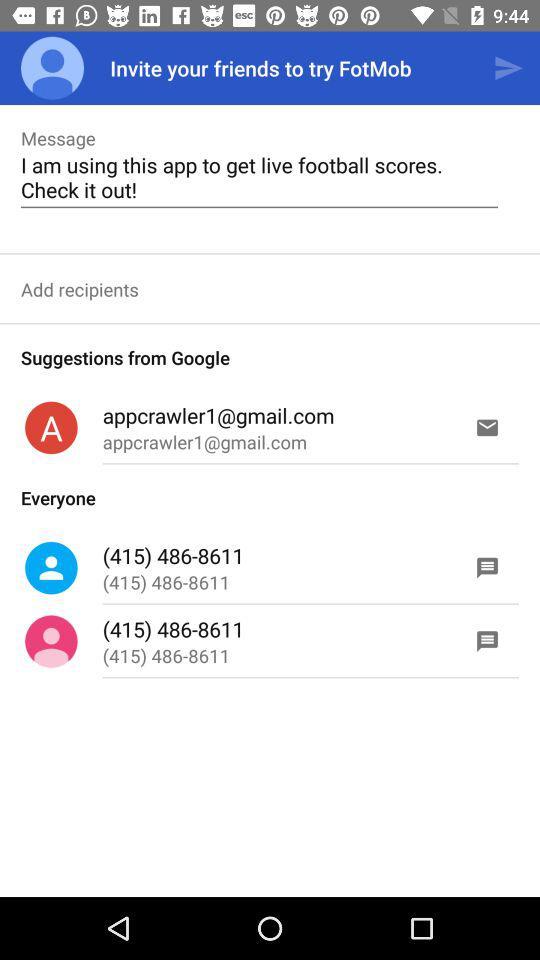 The height and width of the screenshot is (960, 540). I want to click on the i am using item, so click(259, 176).